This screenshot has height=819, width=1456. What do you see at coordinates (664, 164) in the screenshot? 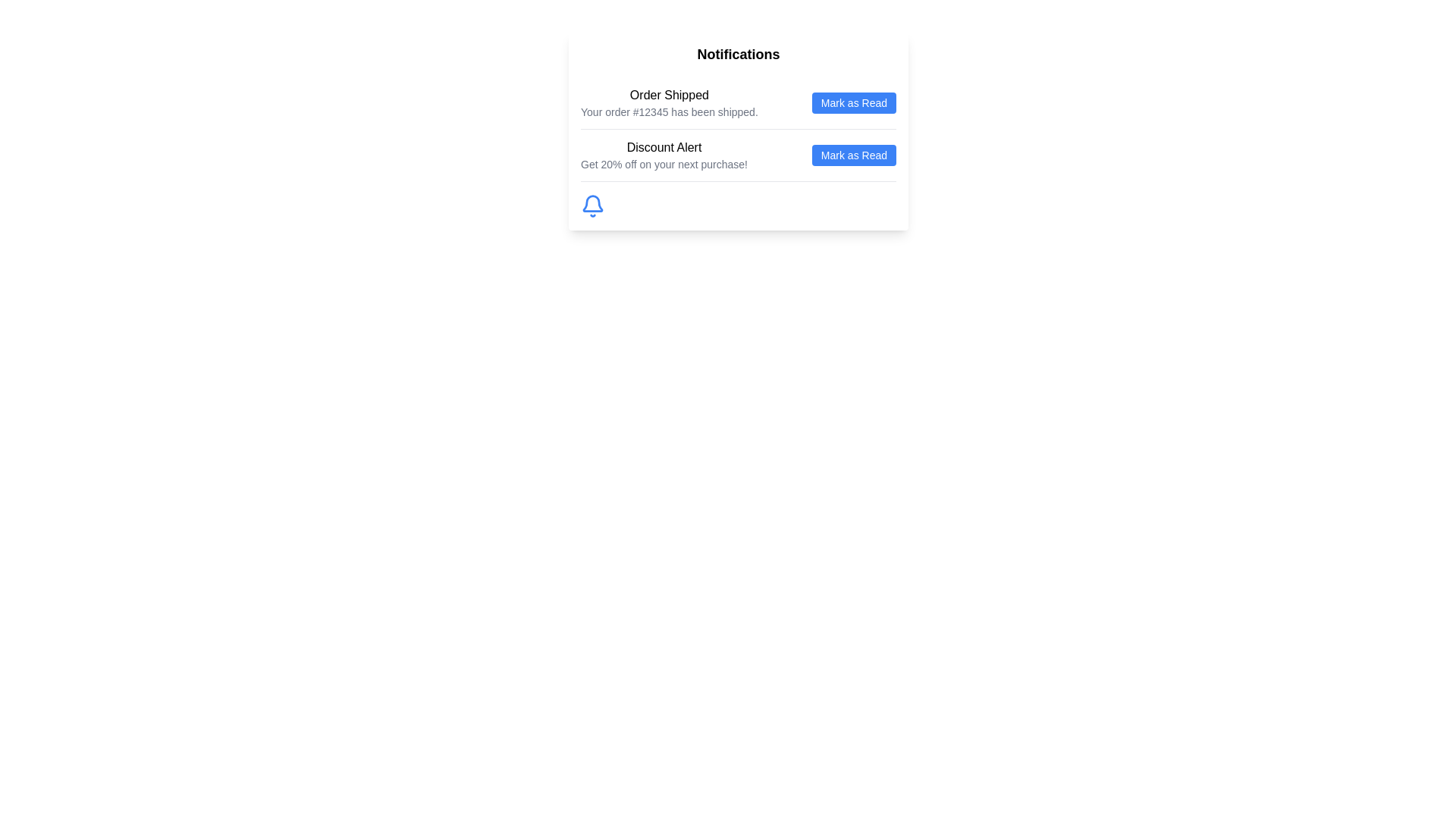
I see `the text label that says 'Get 20% off on your next purchase!', which is styled as supporting text for the 'Discount Alert' heading and is centered within its notification block` at bounding box center [664, 164].